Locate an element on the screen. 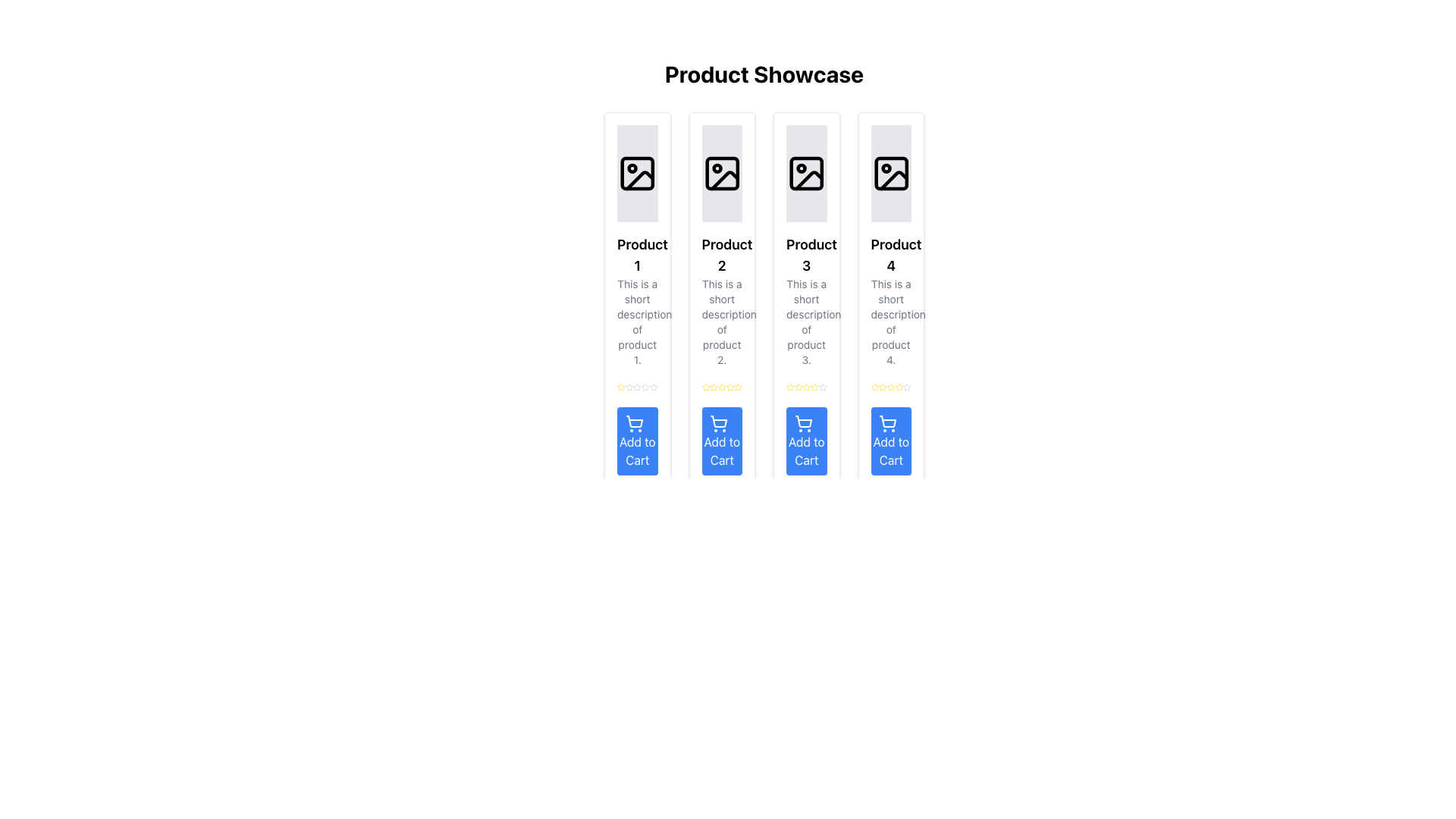 The width and height of the screenshot is (1456, 819). the third star icon in the rating system for 'Product 3', which is yellow and used for ratings is located at coordinates (798, 386).